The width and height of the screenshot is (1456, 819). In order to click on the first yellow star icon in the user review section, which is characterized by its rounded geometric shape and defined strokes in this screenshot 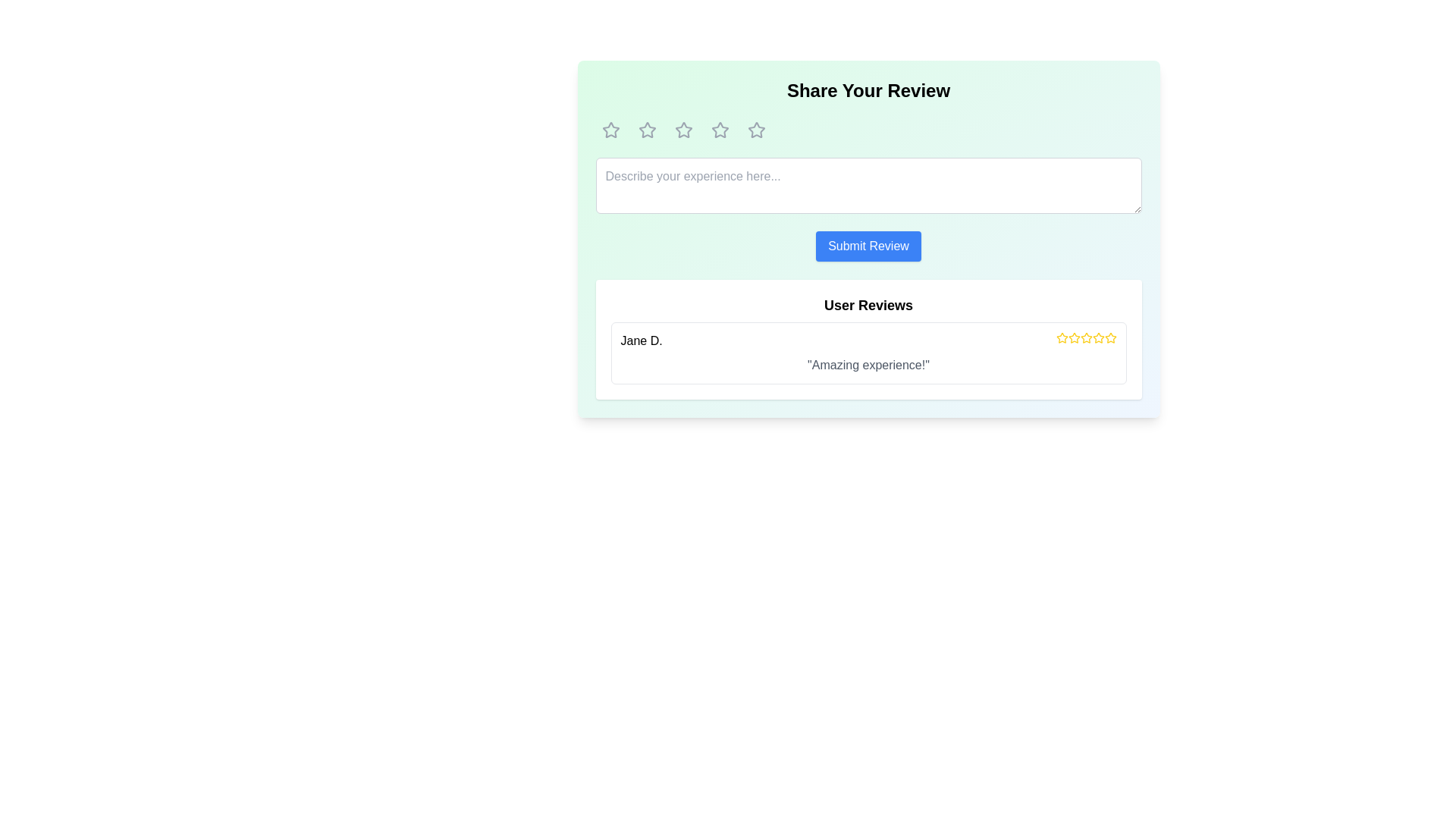, I will do `click(1061, 337)`.